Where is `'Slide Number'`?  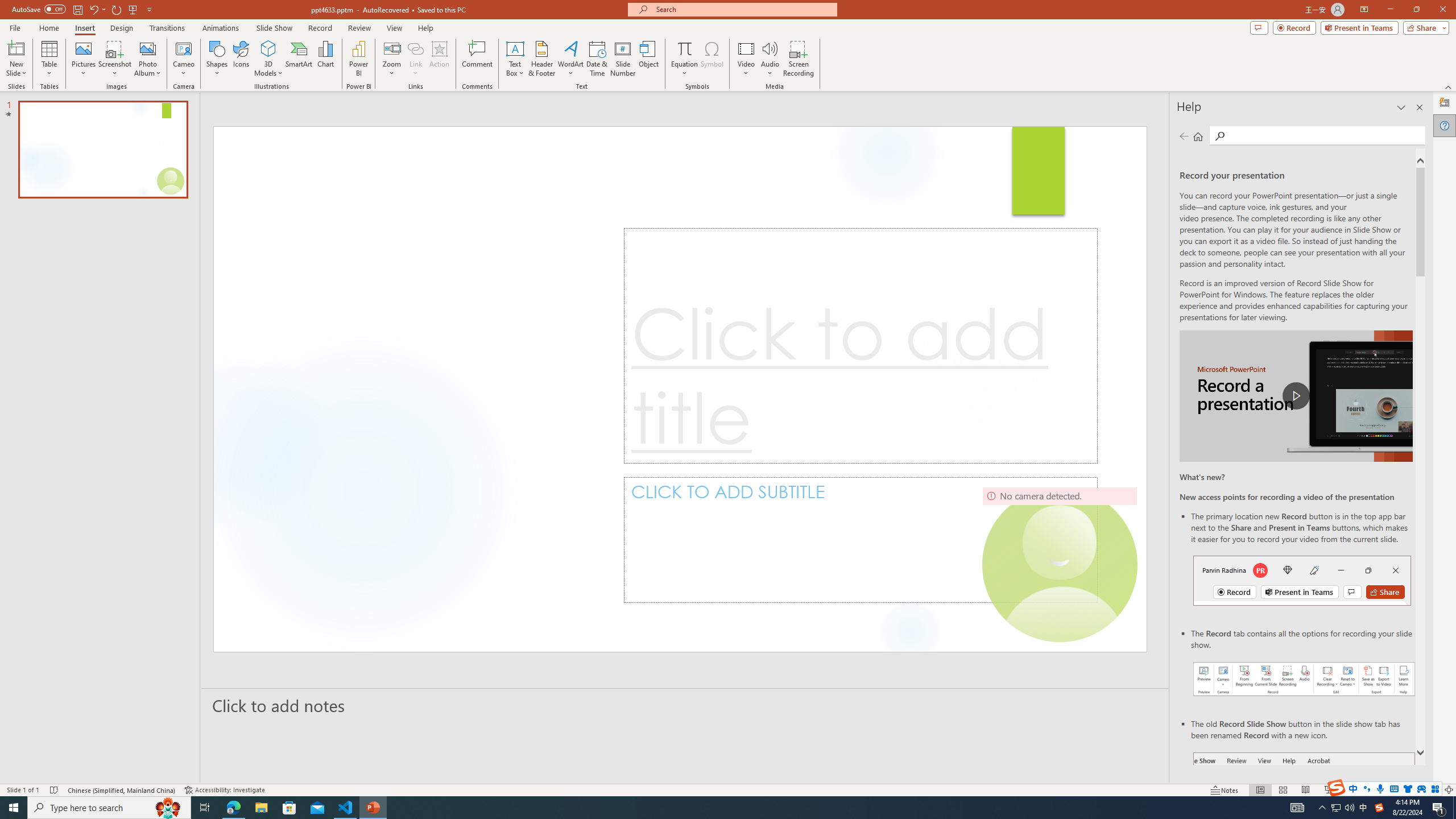 'Slide Number' is located at coordinates (622, 59).